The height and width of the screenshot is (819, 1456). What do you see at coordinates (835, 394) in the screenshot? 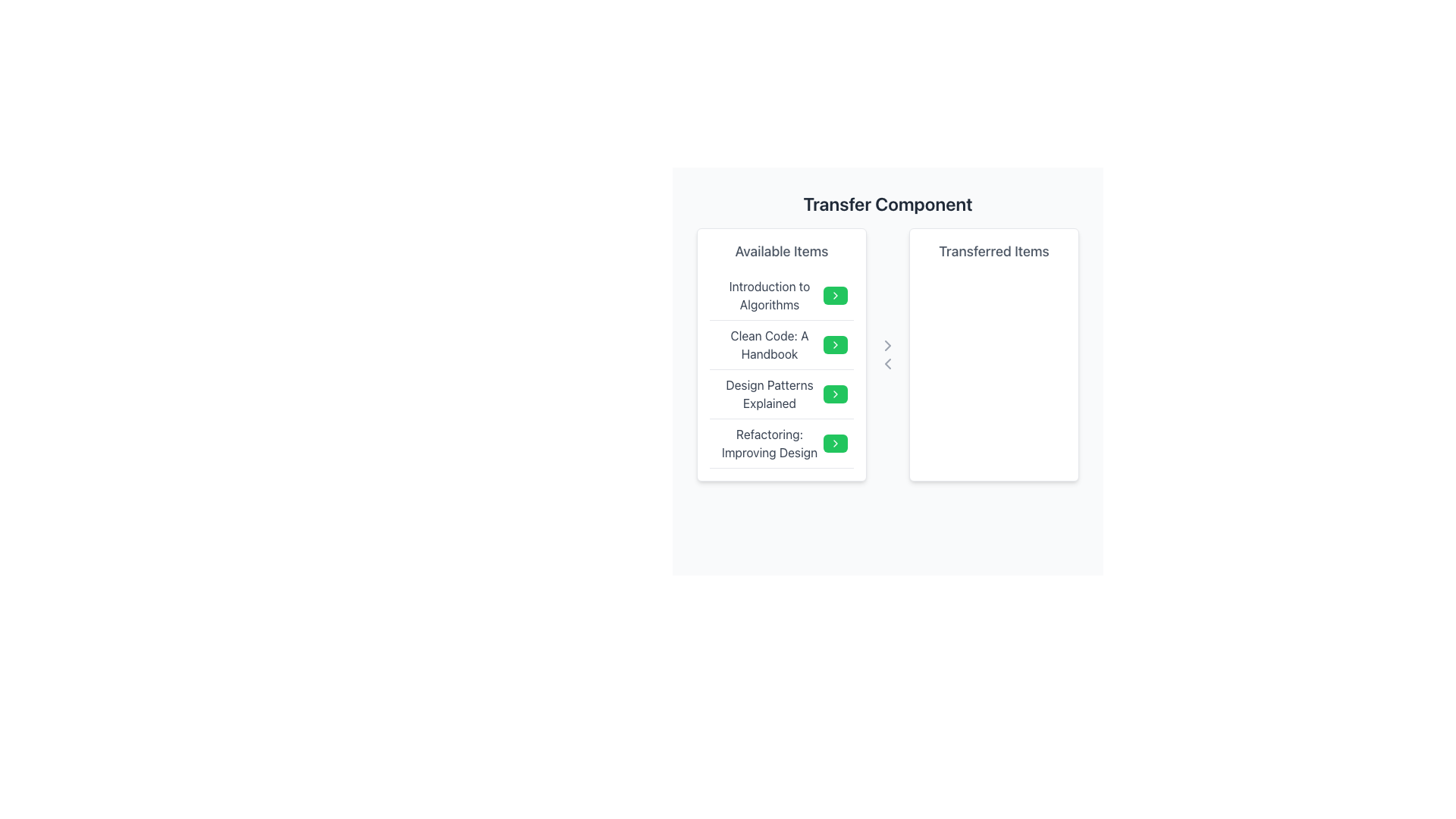
I see `the small rectangular button with a green background and a right-pointing chevron icon, located to the immediate right of the text 'Design Patterns Explained' in the 'Available Items' section` at bounding box center [835, 394].